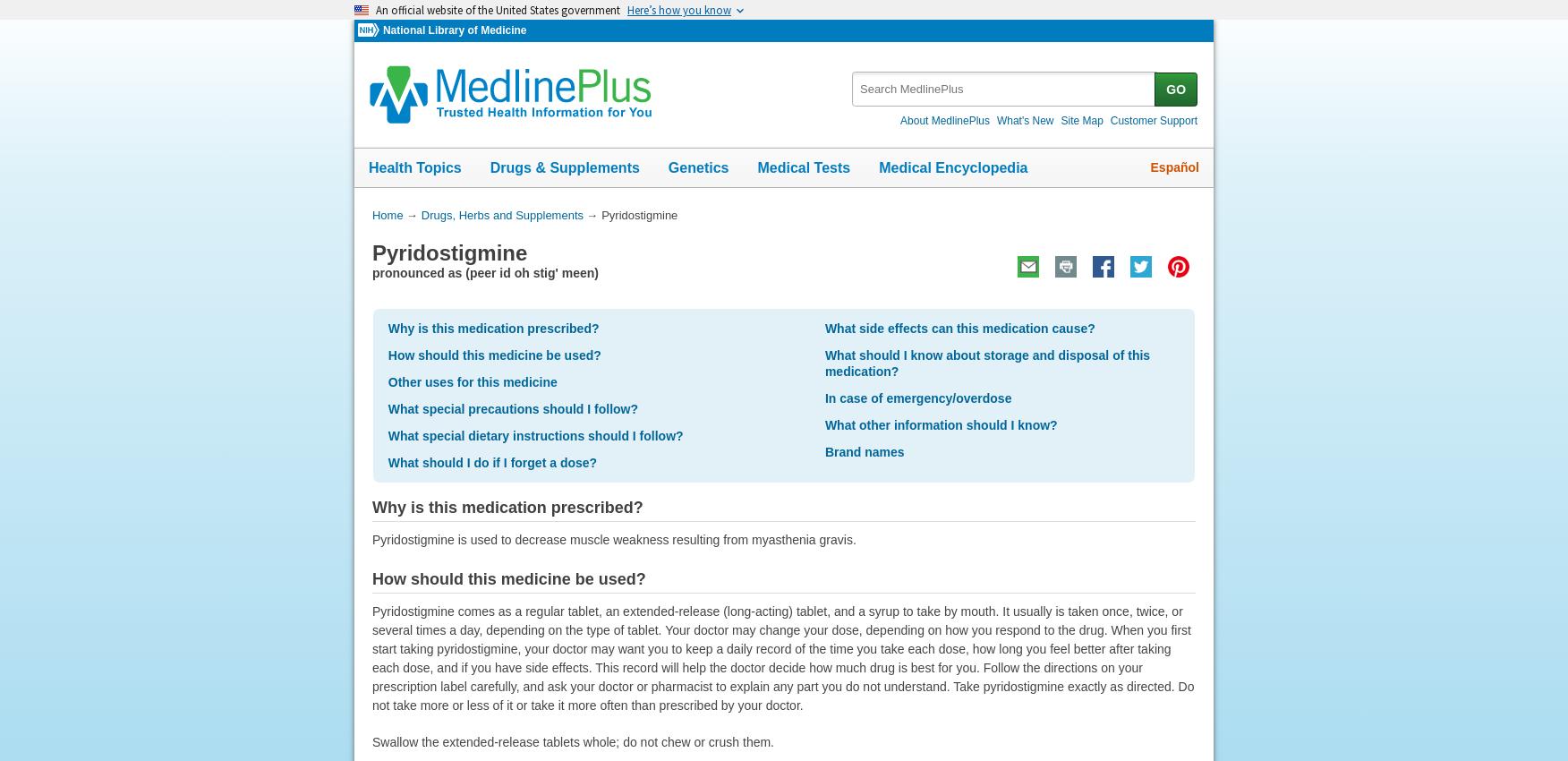  What do you see at coordinates (986, 363) in the screenshot?
I see `'What should I know about storage and disposal of this medication?'` at bounding box center [986, 363].